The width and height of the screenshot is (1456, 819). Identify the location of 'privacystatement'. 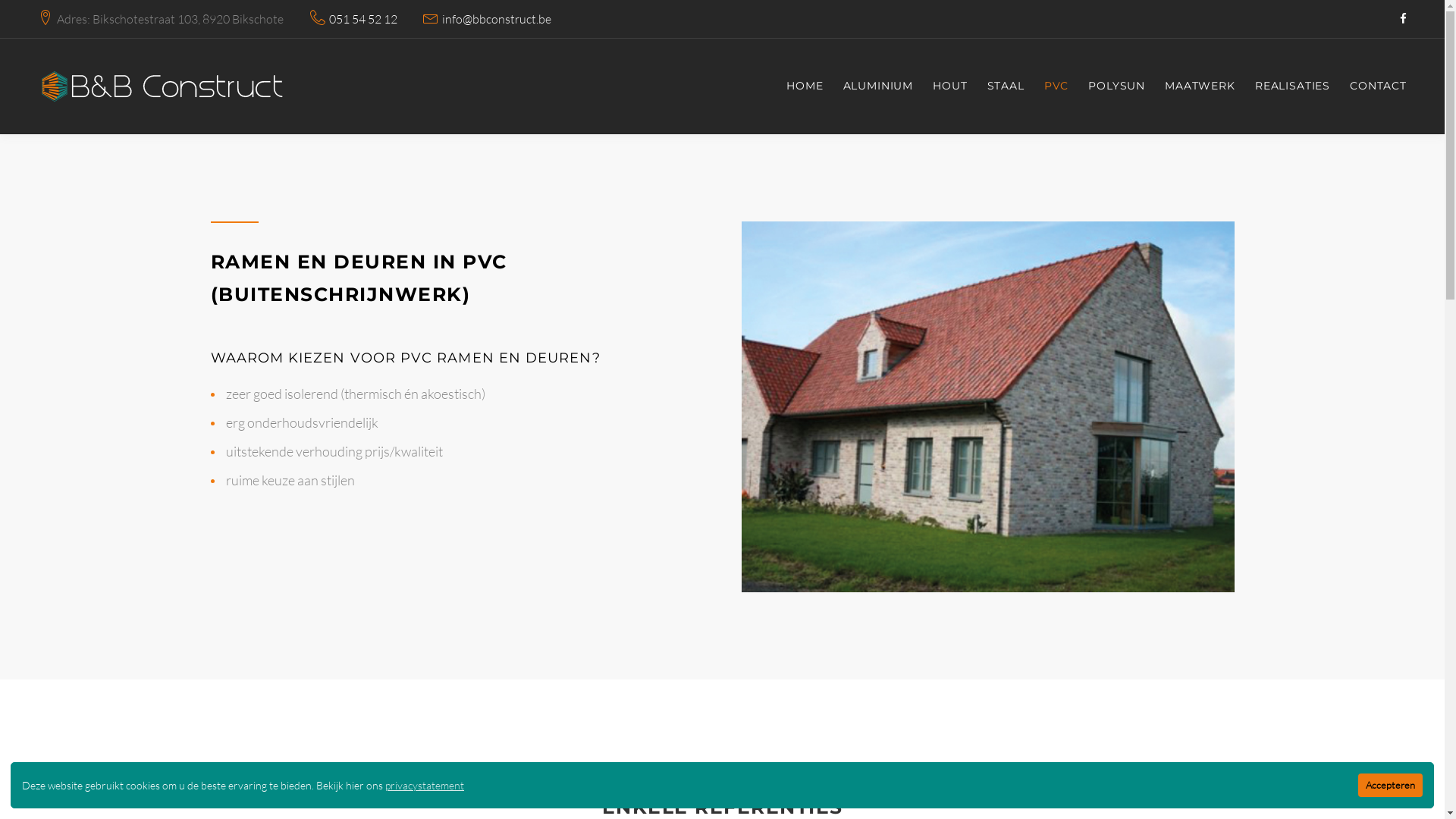
(385, 785).